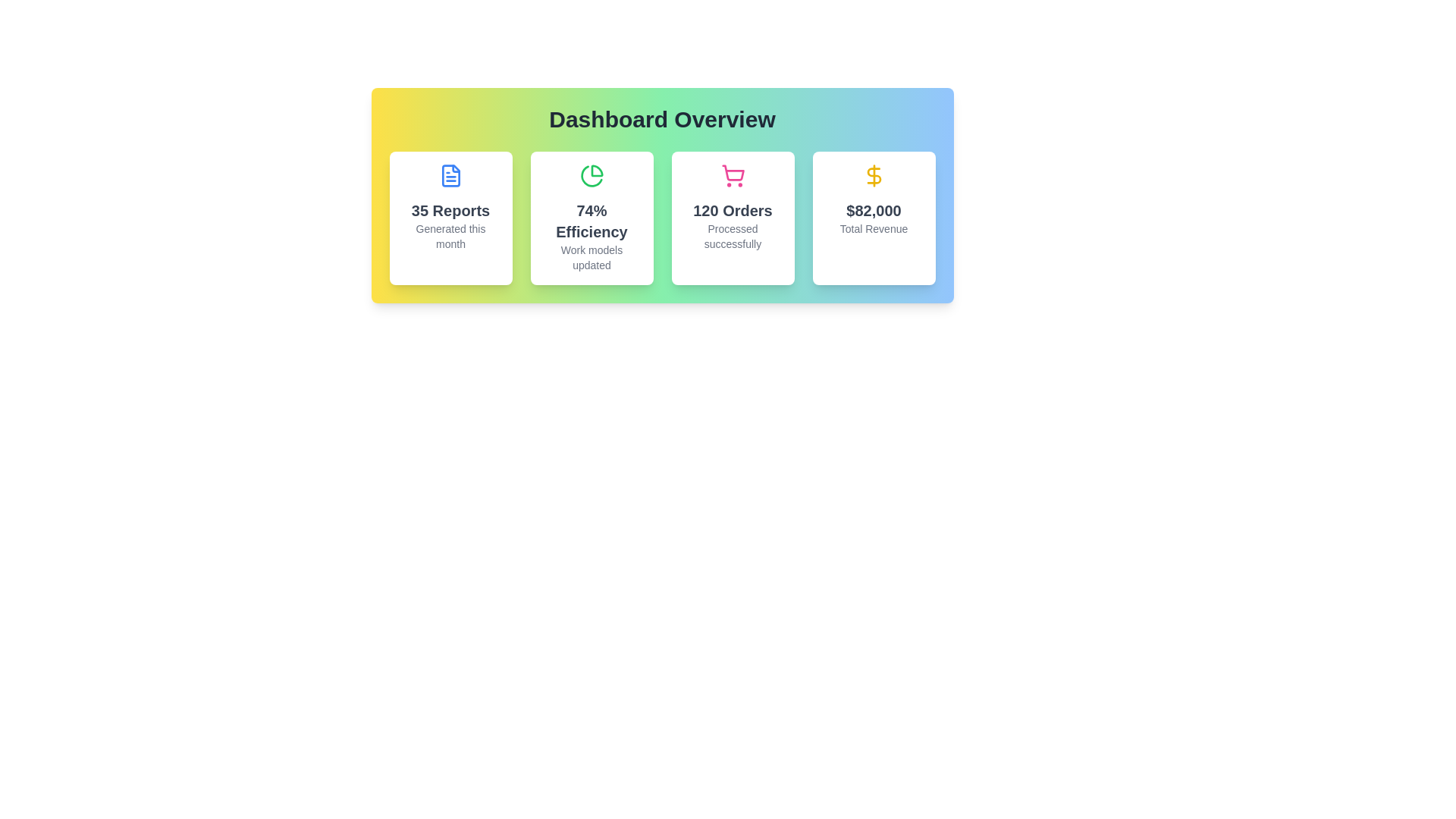  I want to click on the shopping cart icon located in the third column of the dashboard summary panel, which indicates the number of orders processed successfully, so click(733, 172).